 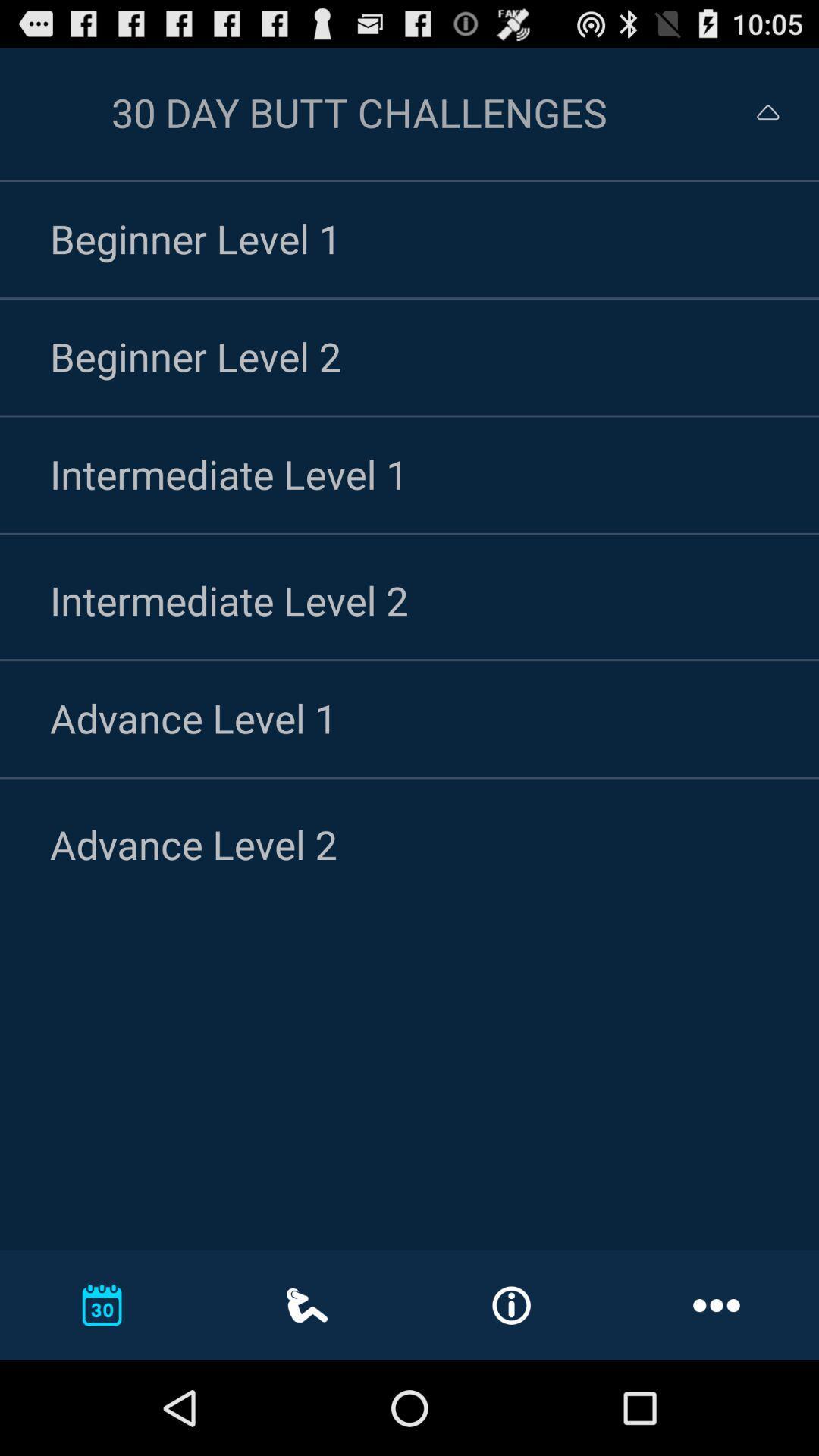 What do you see at coordinates (102, 1304) in the screenshot?
I see `the first icon at the left bottom corner` at bounding box center [102, 1304].